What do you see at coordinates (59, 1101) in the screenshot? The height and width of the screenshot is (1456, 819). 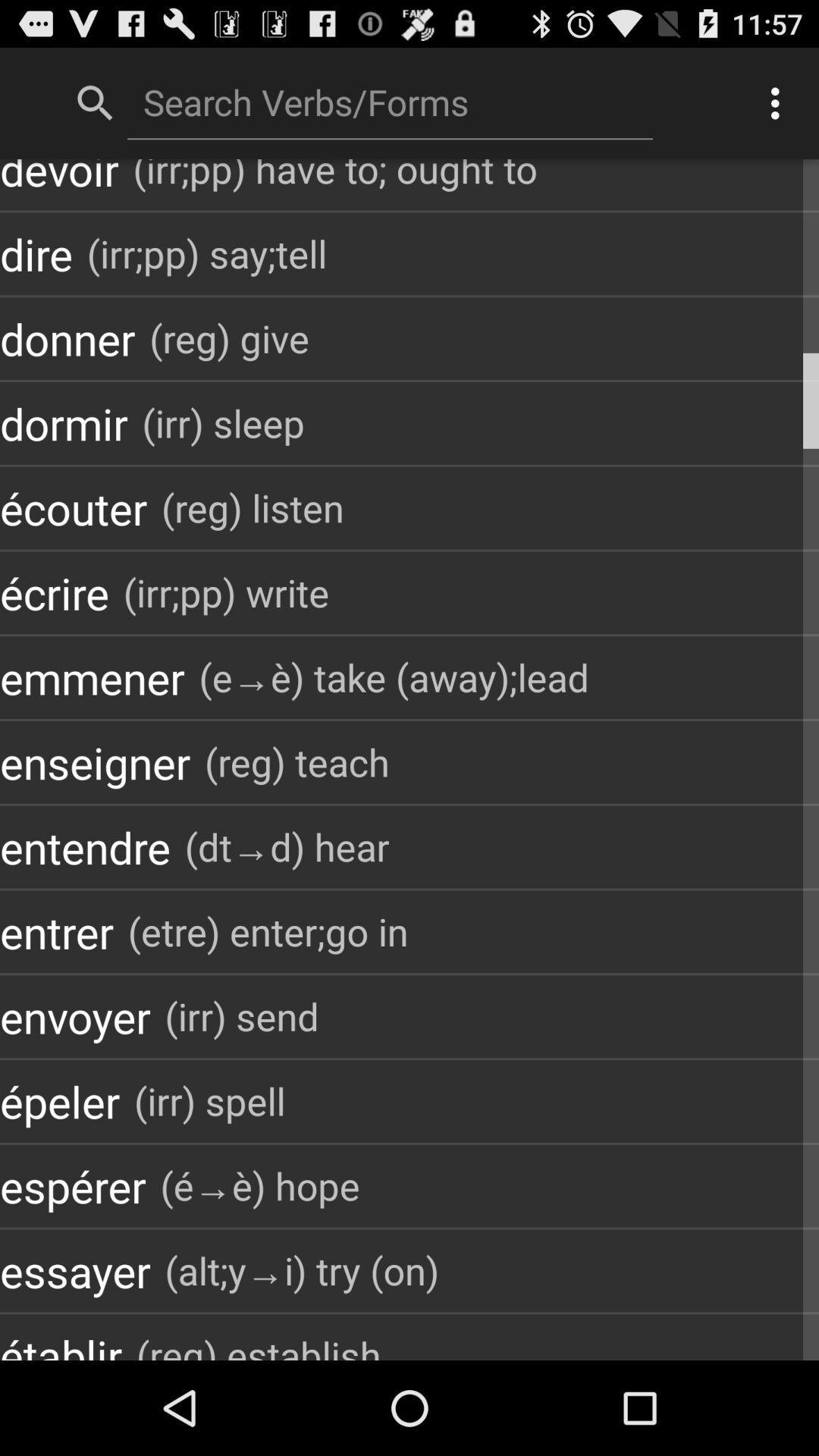 I see `item to the left of the (irr) spell` at bounding box center [59, 1101].